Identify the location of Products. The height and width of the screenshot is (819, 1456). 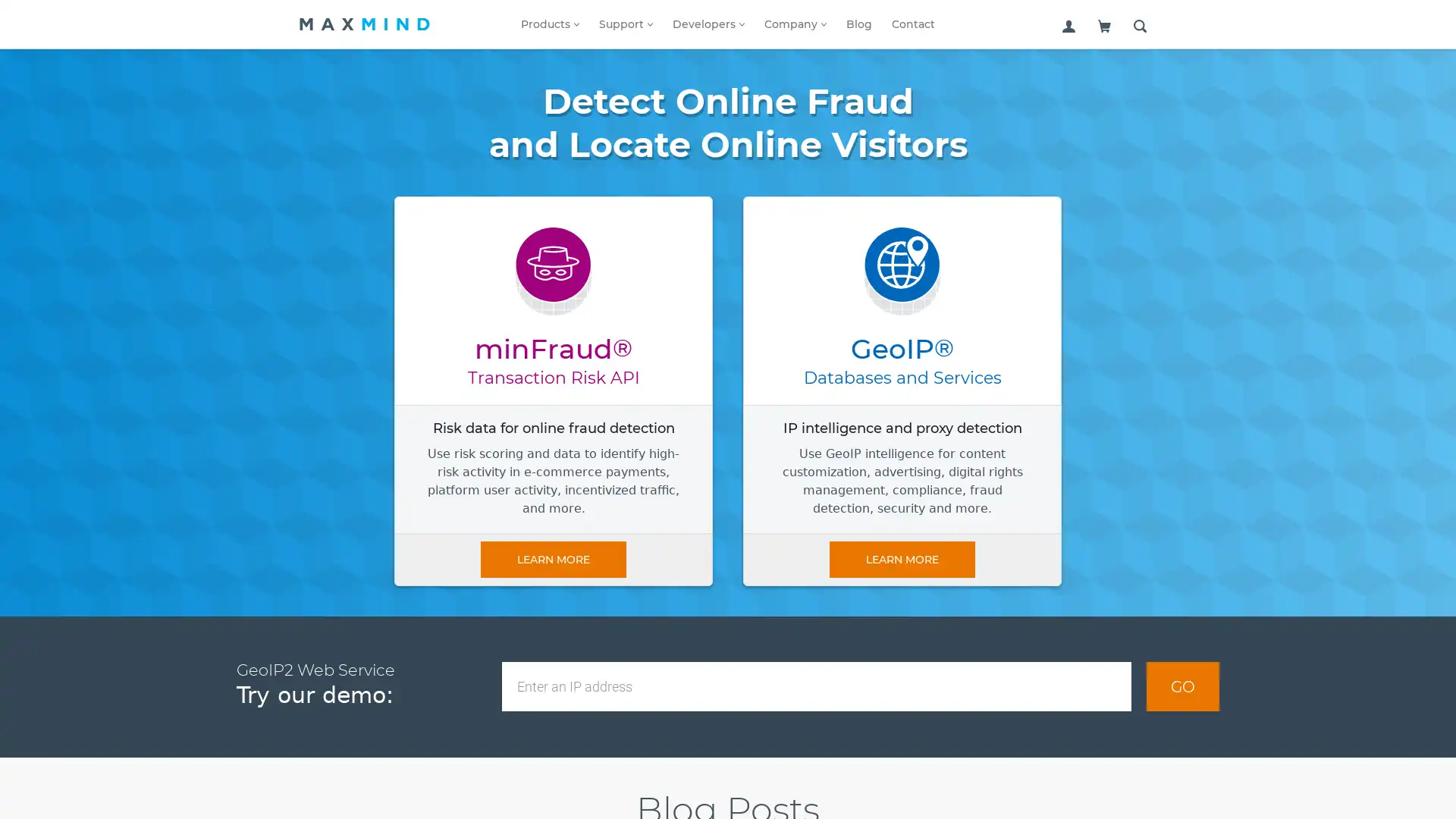
(549, 24).